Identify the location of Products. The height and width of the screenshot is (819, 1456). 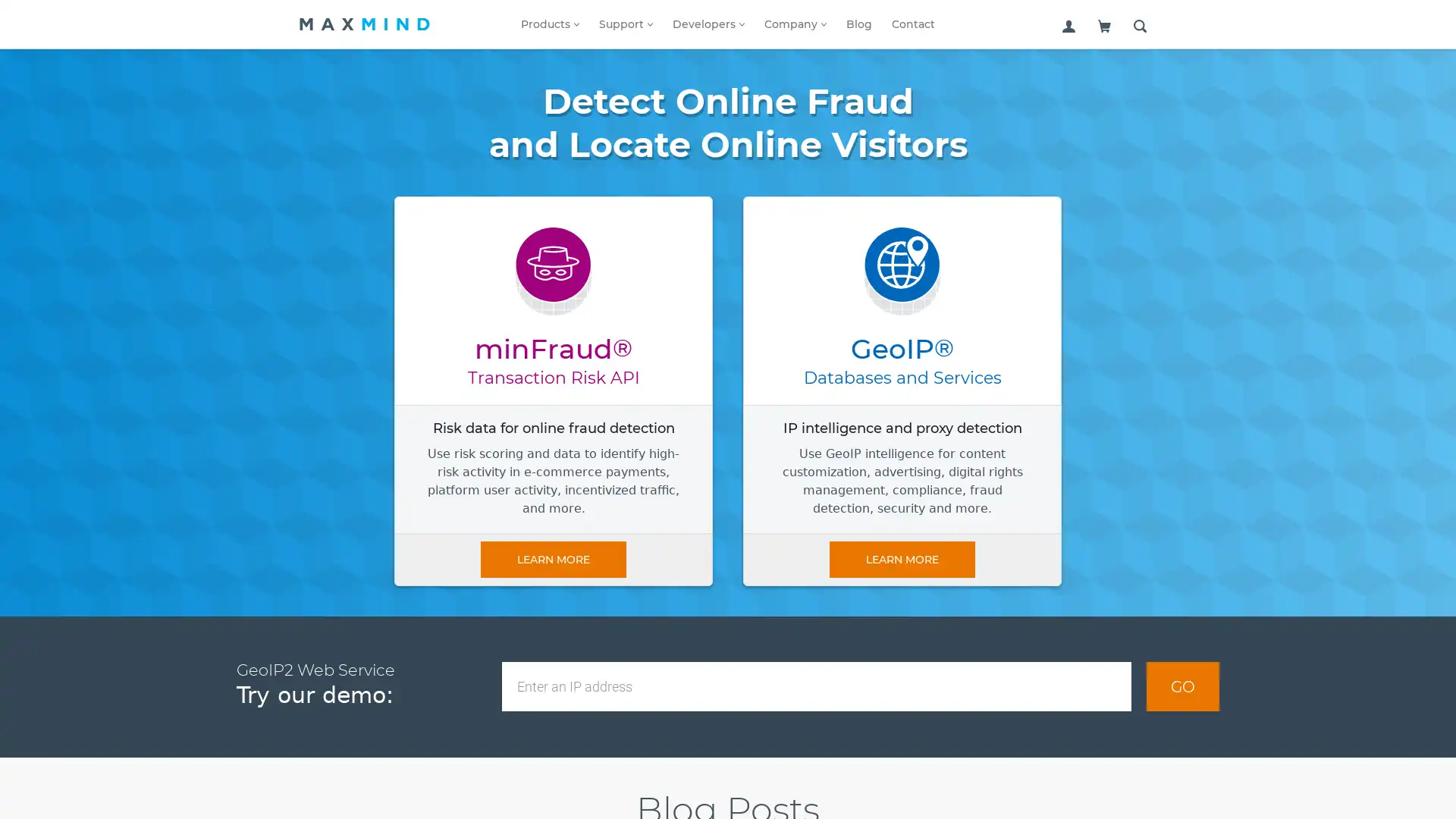
(549, 24).